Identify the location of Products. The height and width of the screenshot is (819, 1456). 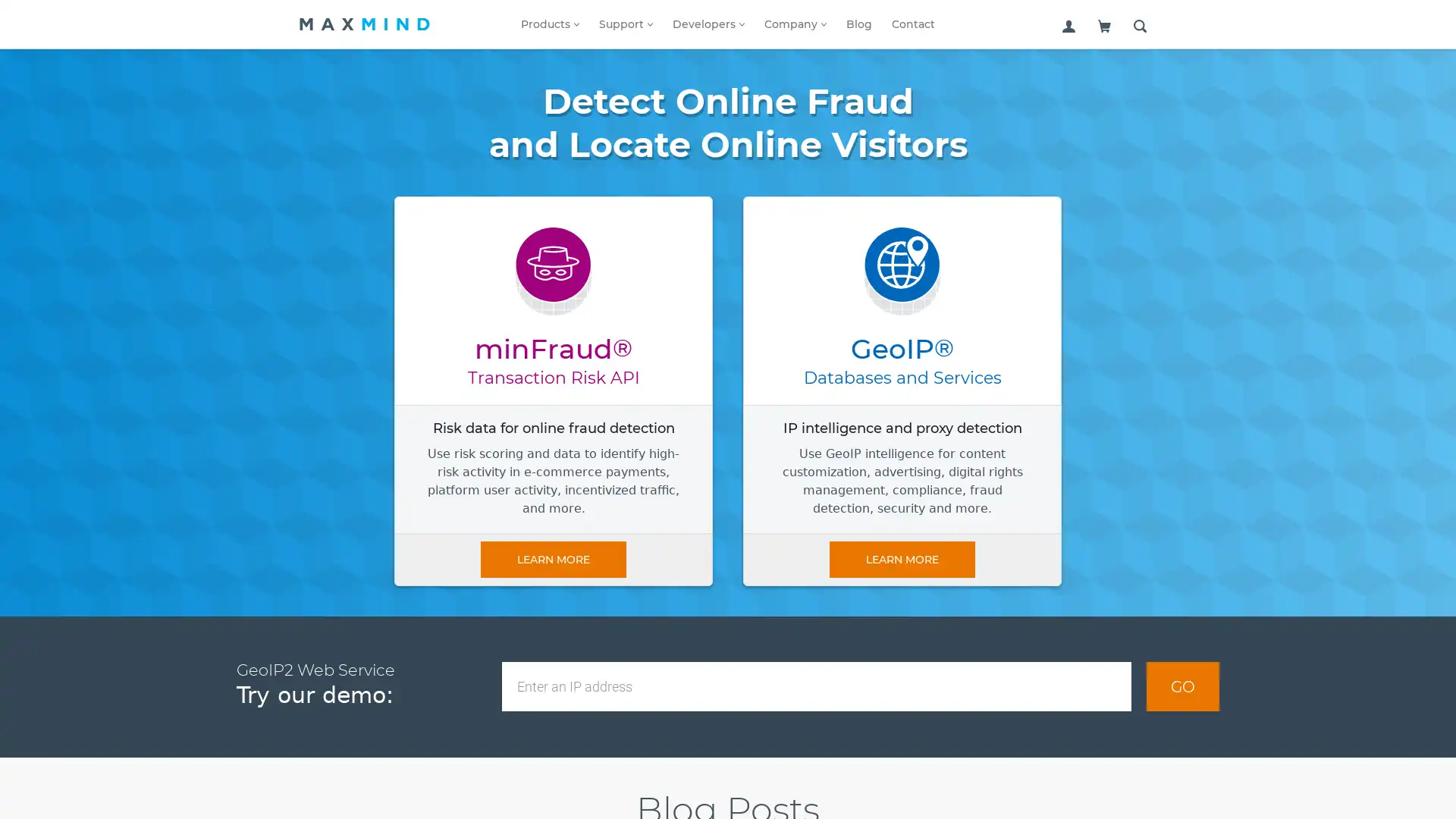
(549, 24).